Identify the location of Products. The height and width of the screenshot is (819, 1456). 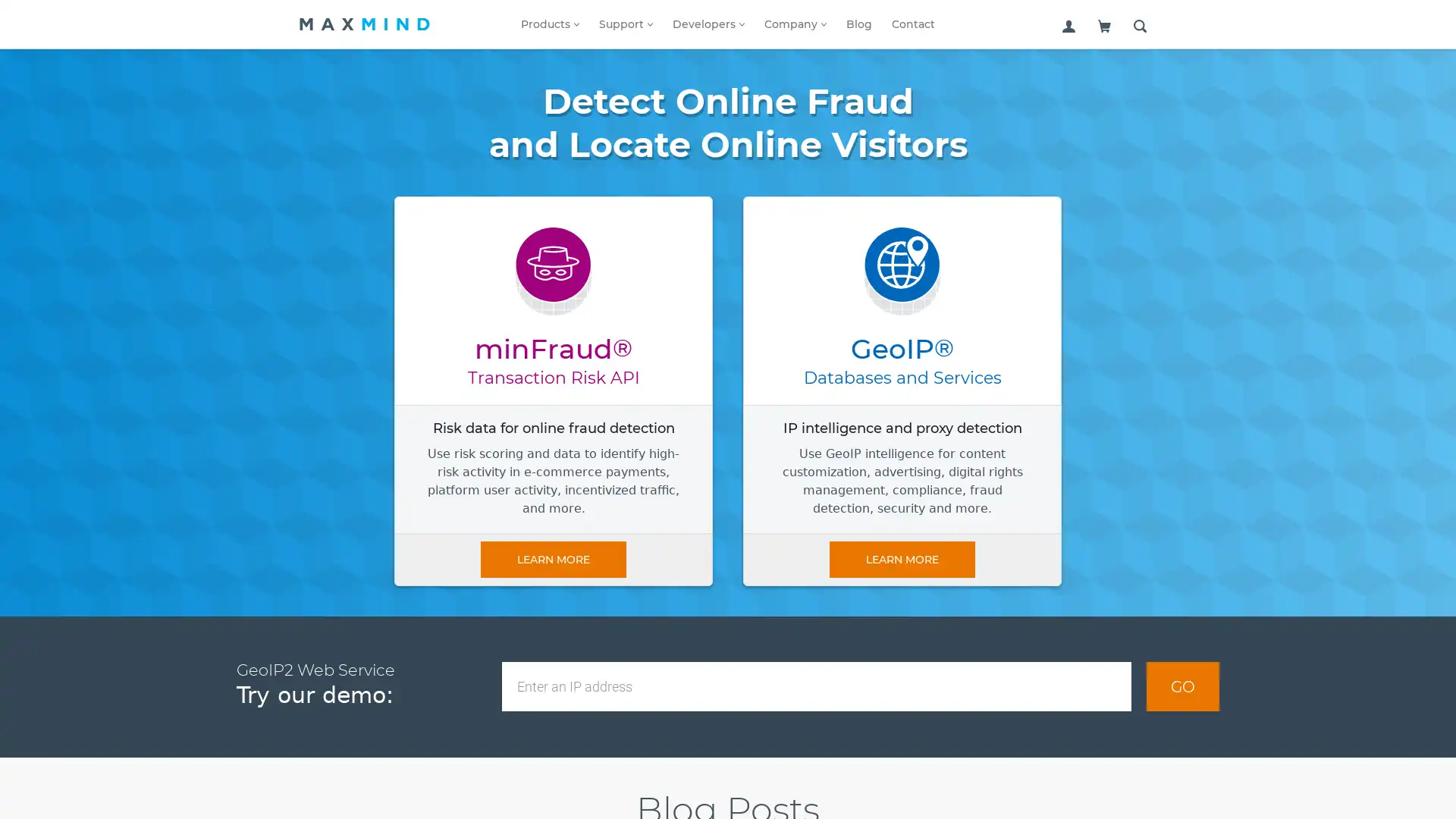
(549, 24).